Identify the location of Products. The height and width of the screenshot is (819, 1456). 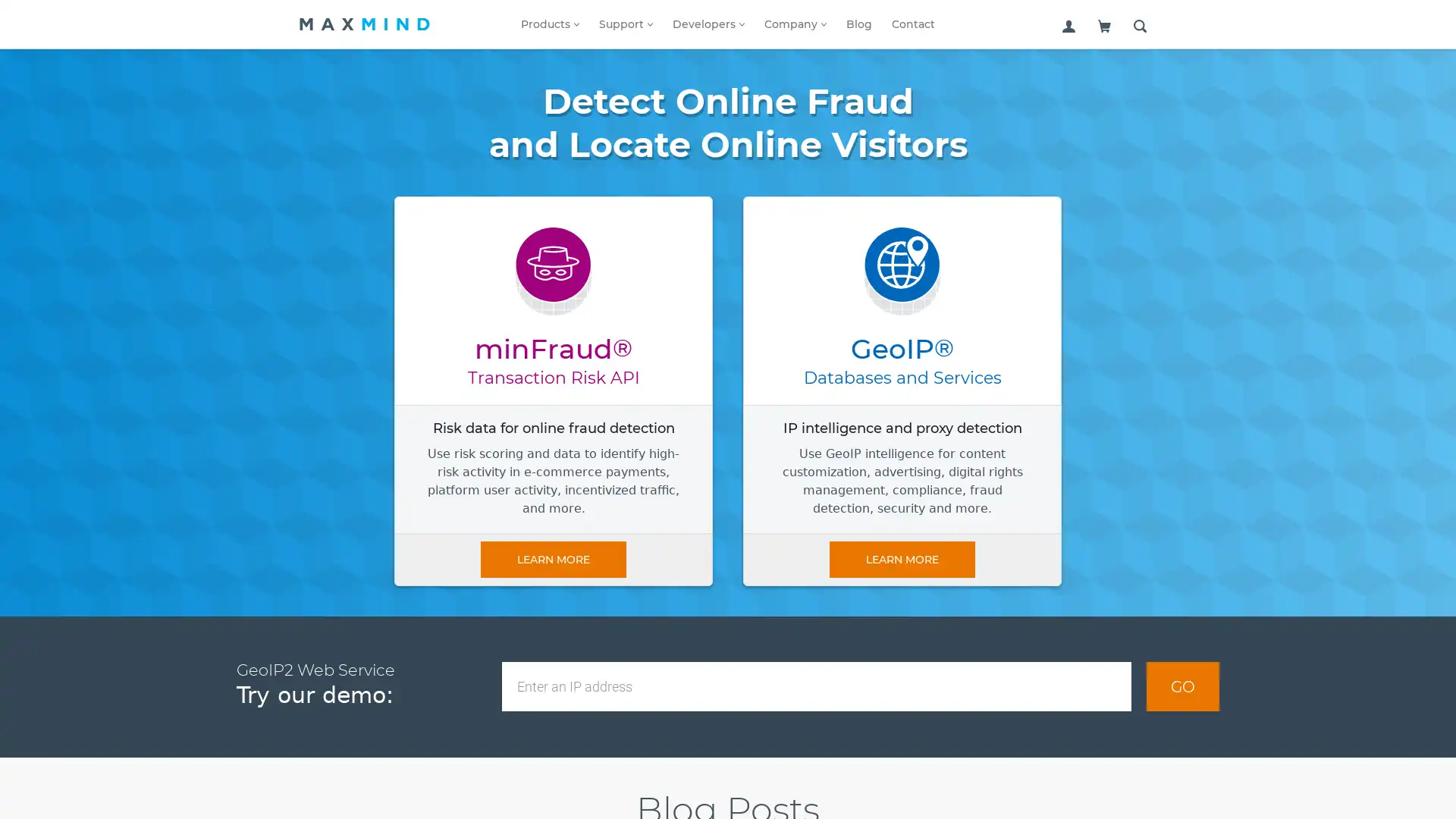
(549, 24).